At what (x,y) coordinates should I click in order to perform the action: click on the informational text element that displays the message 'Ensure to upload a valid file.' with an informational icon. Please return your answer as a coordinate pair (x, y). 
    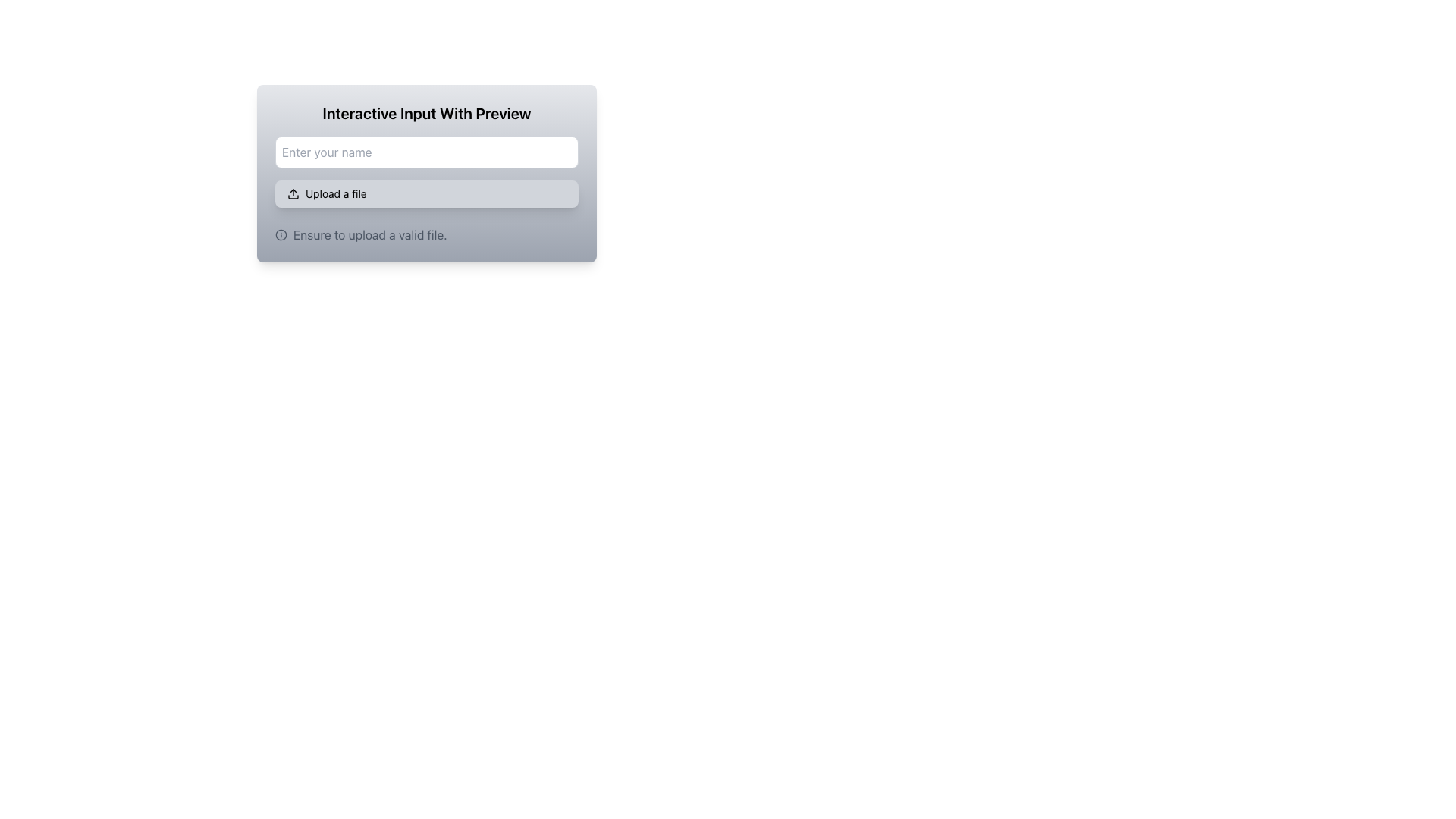
    Looking at the image, I should click on (425, 234).